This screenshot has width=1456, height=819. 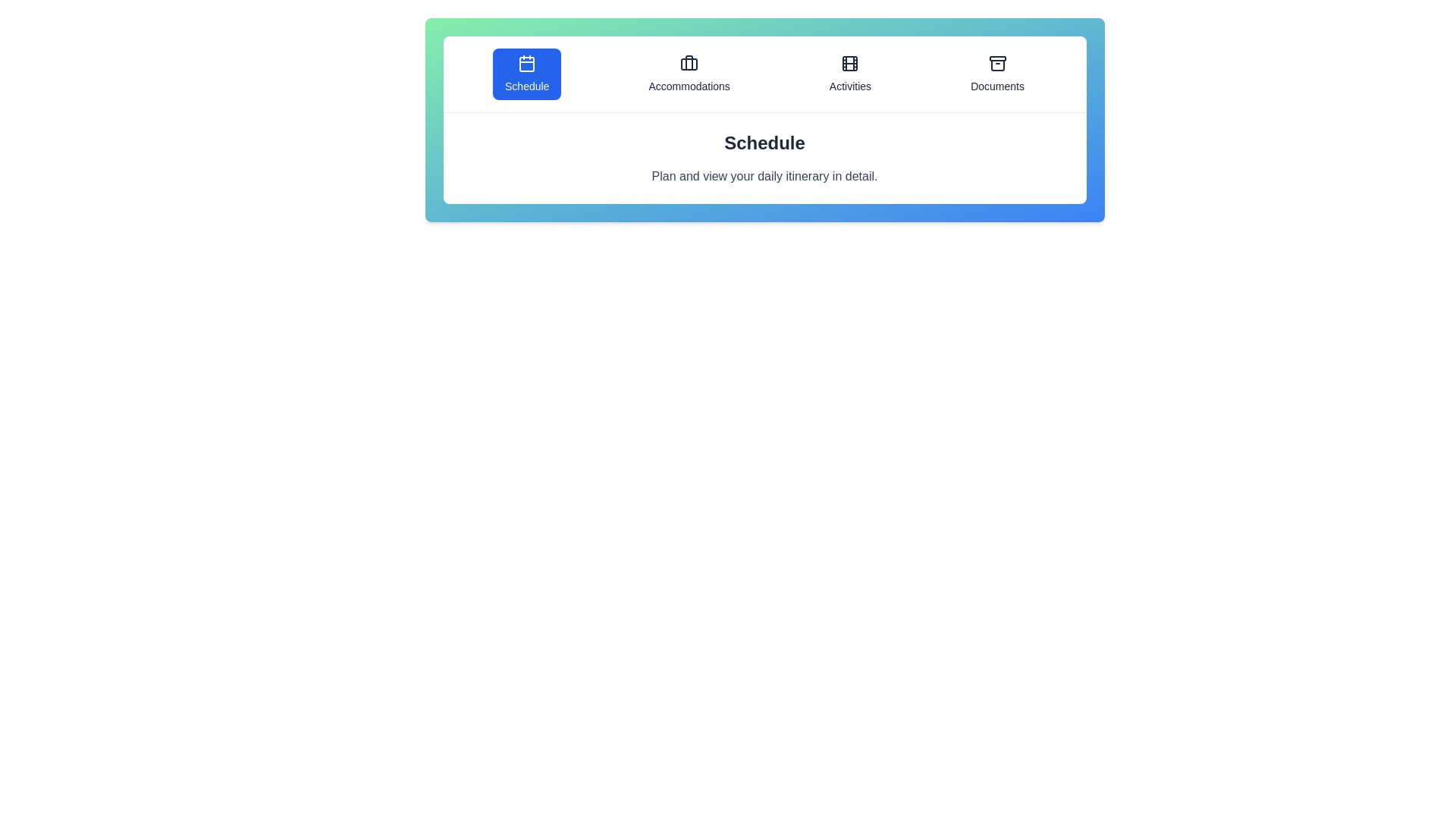 What do you see at coordinates (850, 74) in the screenshot?
I see `the tab icon labeled Activities to display its tooltip` at bounding box center [850, 74].